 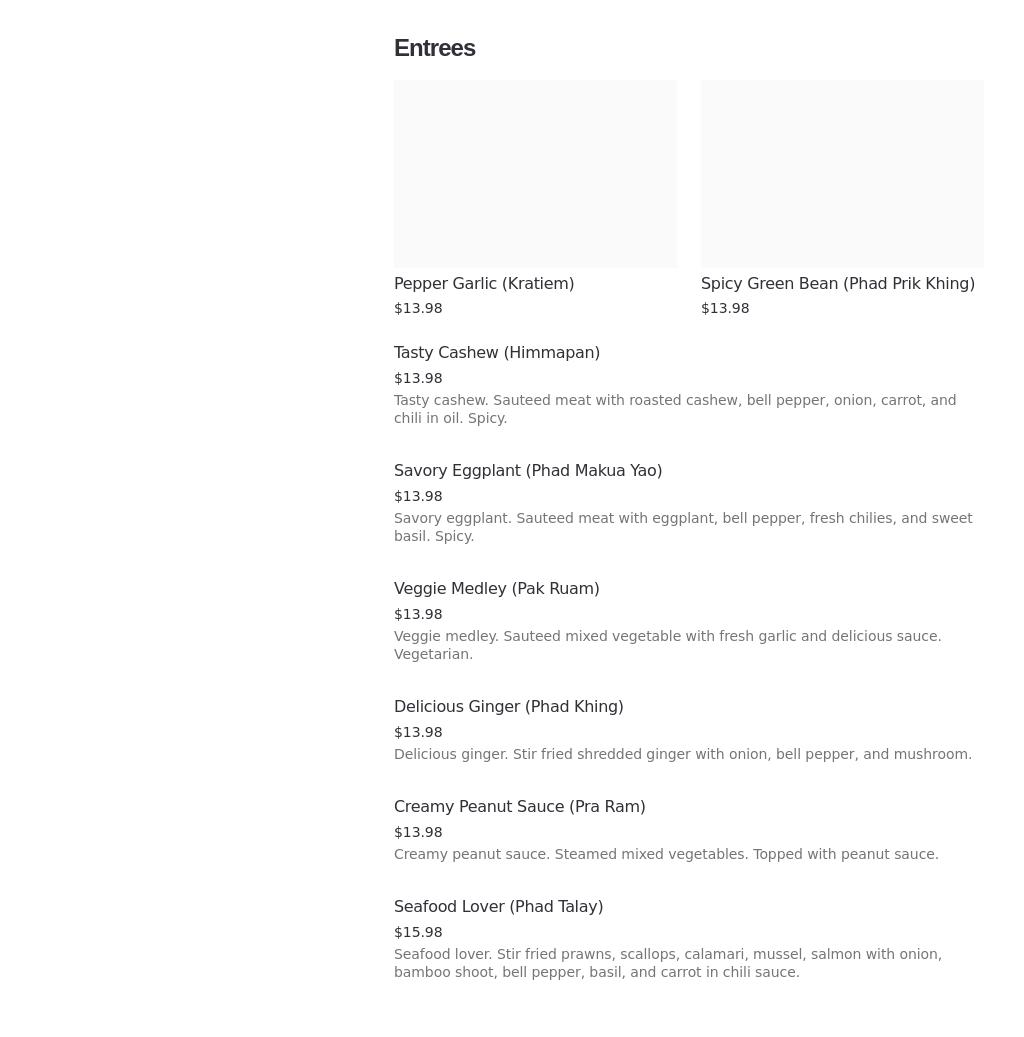 What do you see at coordinates (434, 46) in the screenshot?
I see `'Entrees'` at bounding box center [434, 46].